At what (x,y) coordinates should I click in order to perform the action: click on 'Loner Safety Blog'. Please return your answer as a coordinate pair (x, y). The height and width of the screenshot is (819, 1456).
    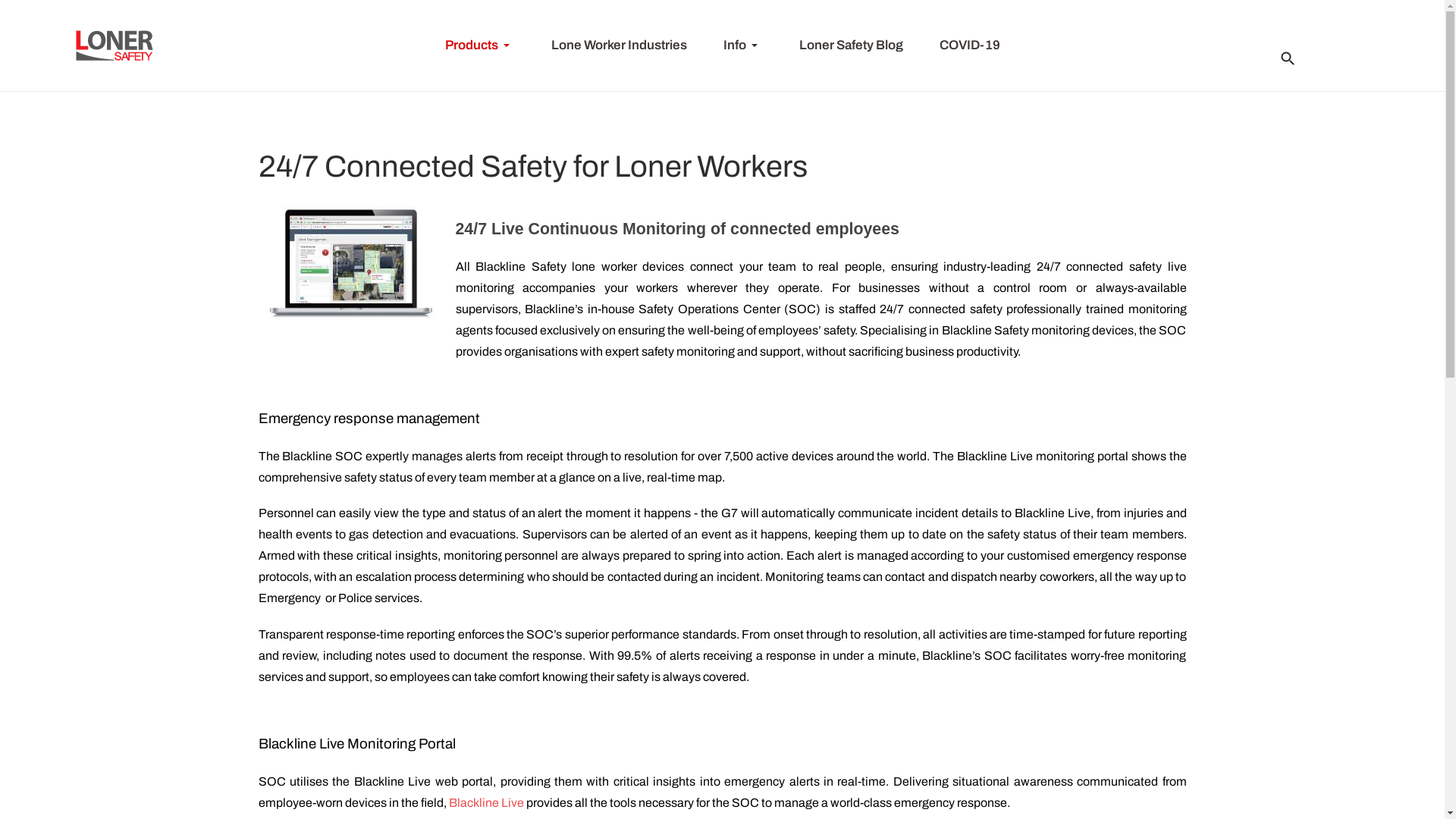
    Looking at the image, I should click on (851, 45).